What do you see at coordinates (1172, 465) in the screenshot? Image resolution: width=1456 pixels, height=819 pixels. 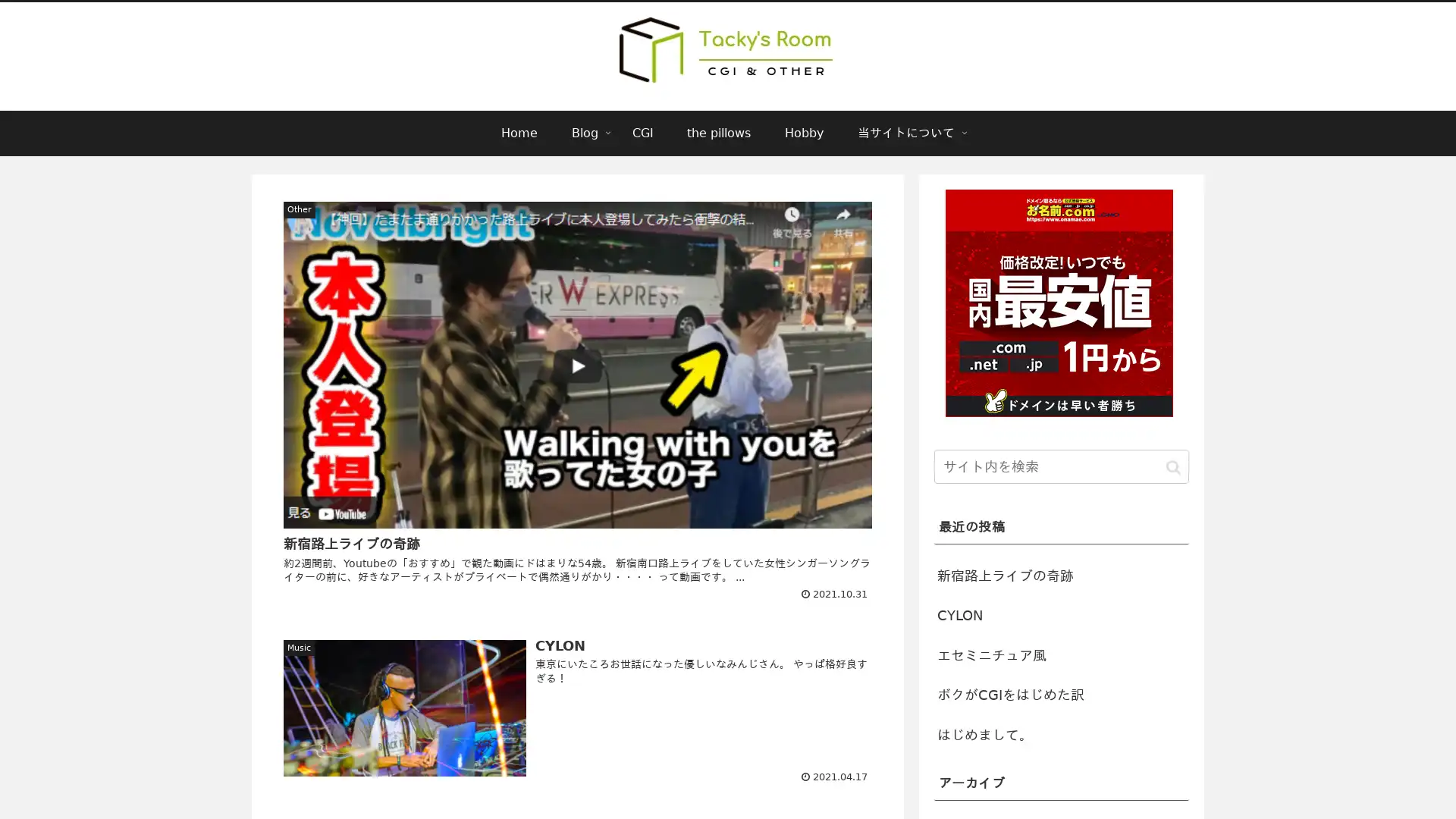 I see `button` at bounding box center [1172, 465].